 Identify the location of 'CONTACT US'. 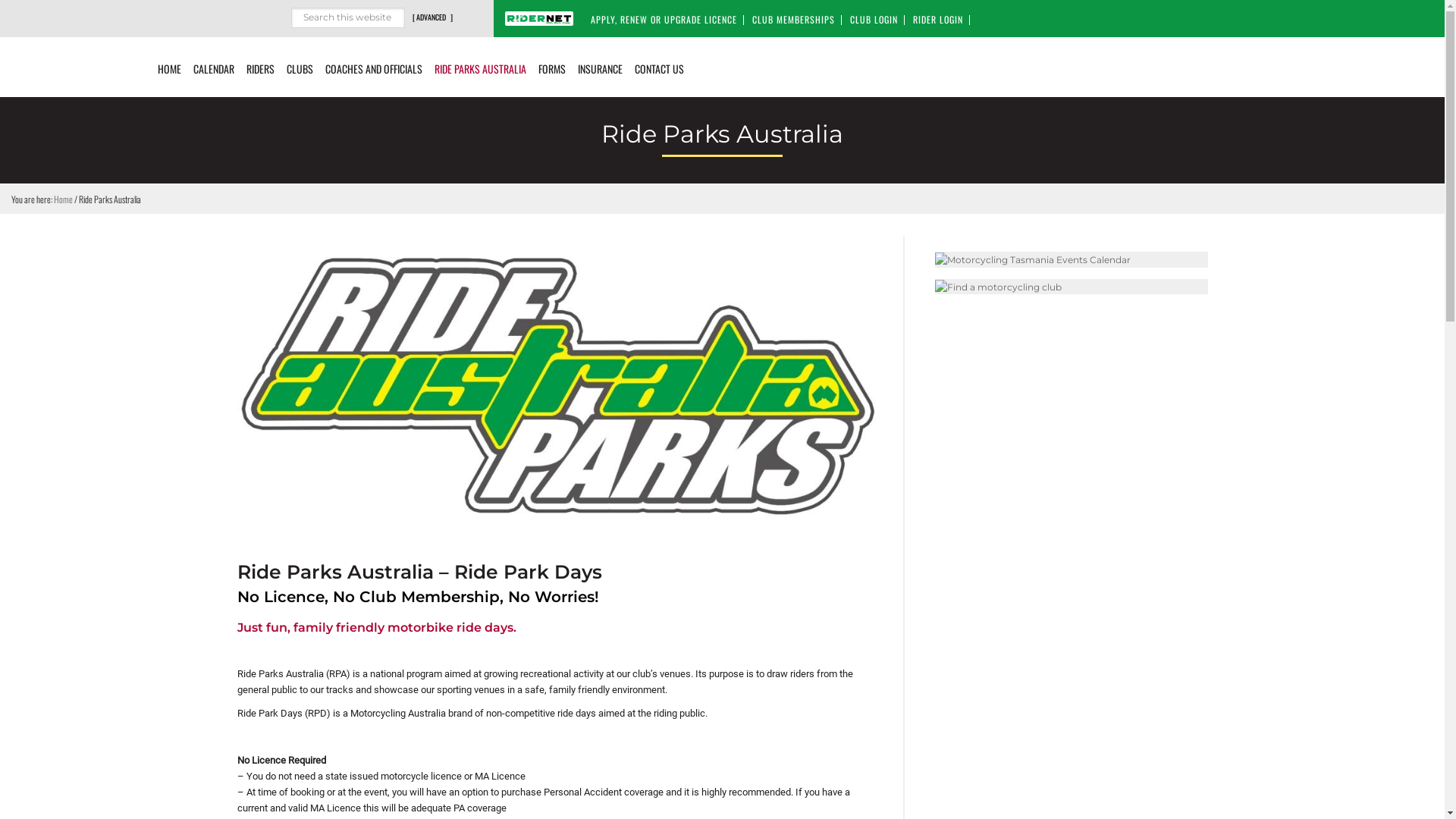
(659, 66).